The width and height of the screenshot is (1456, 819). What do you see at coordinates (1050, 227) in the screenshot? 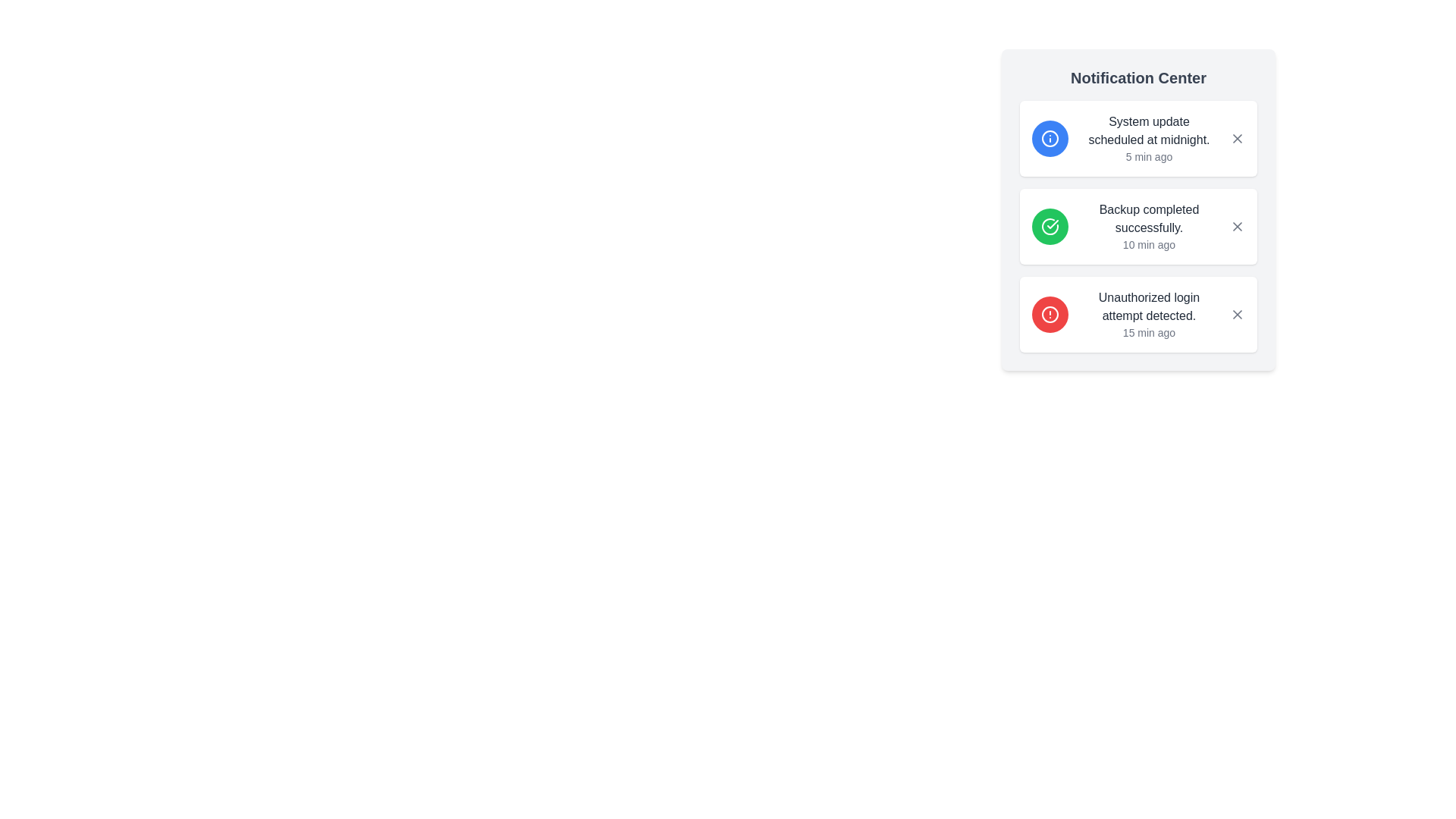
I see `the circular green glyph with a current-color stroke in the second notification entry of the notification card` at bounding box center [1050, 227].